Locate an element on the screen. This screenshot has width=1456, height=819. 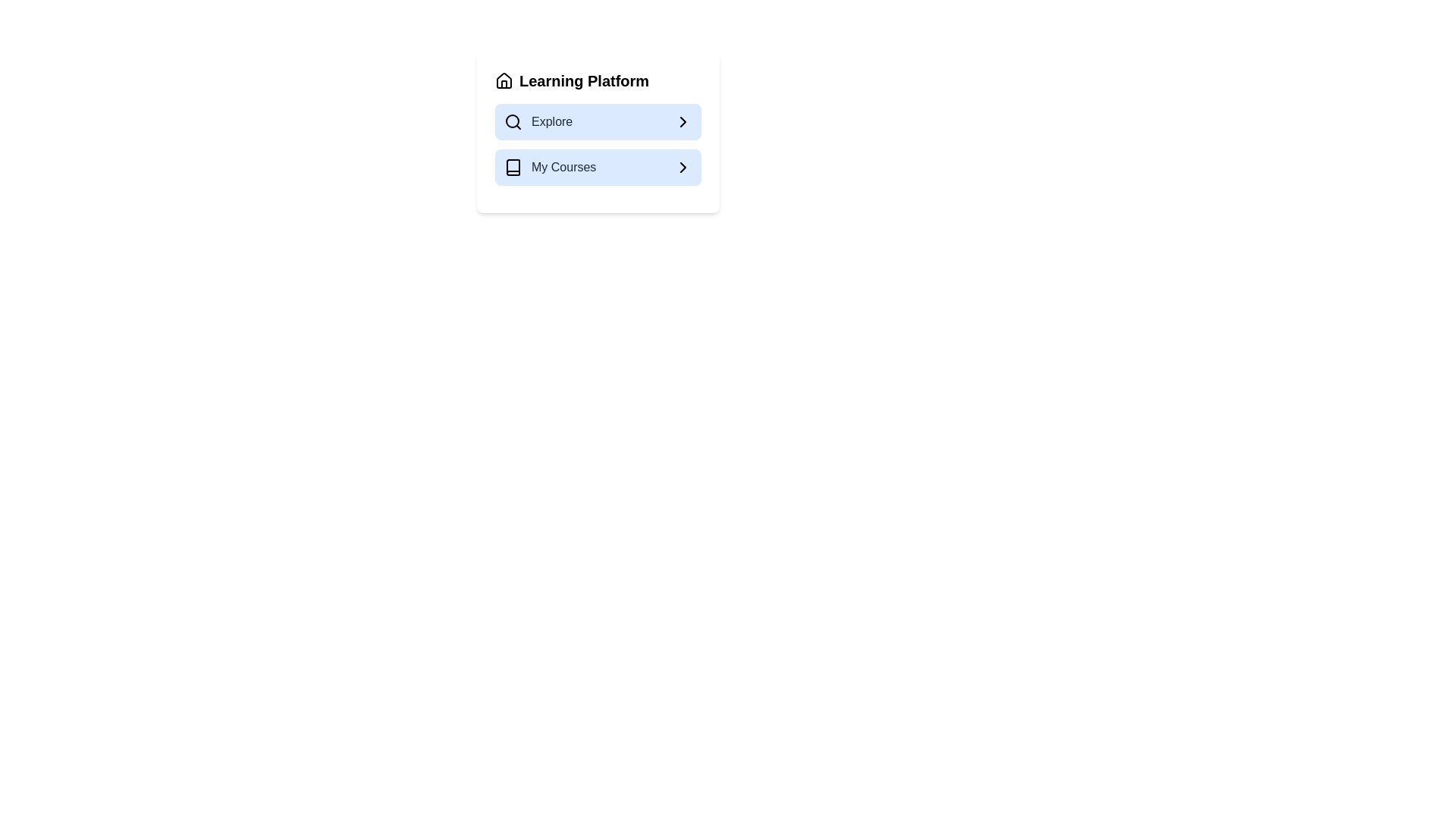
the right-pointing arrow icon in the 'My Courses' section of the navigation menu, which is positioned next to the text 'My Courses' is located at coordinates (682, 167).